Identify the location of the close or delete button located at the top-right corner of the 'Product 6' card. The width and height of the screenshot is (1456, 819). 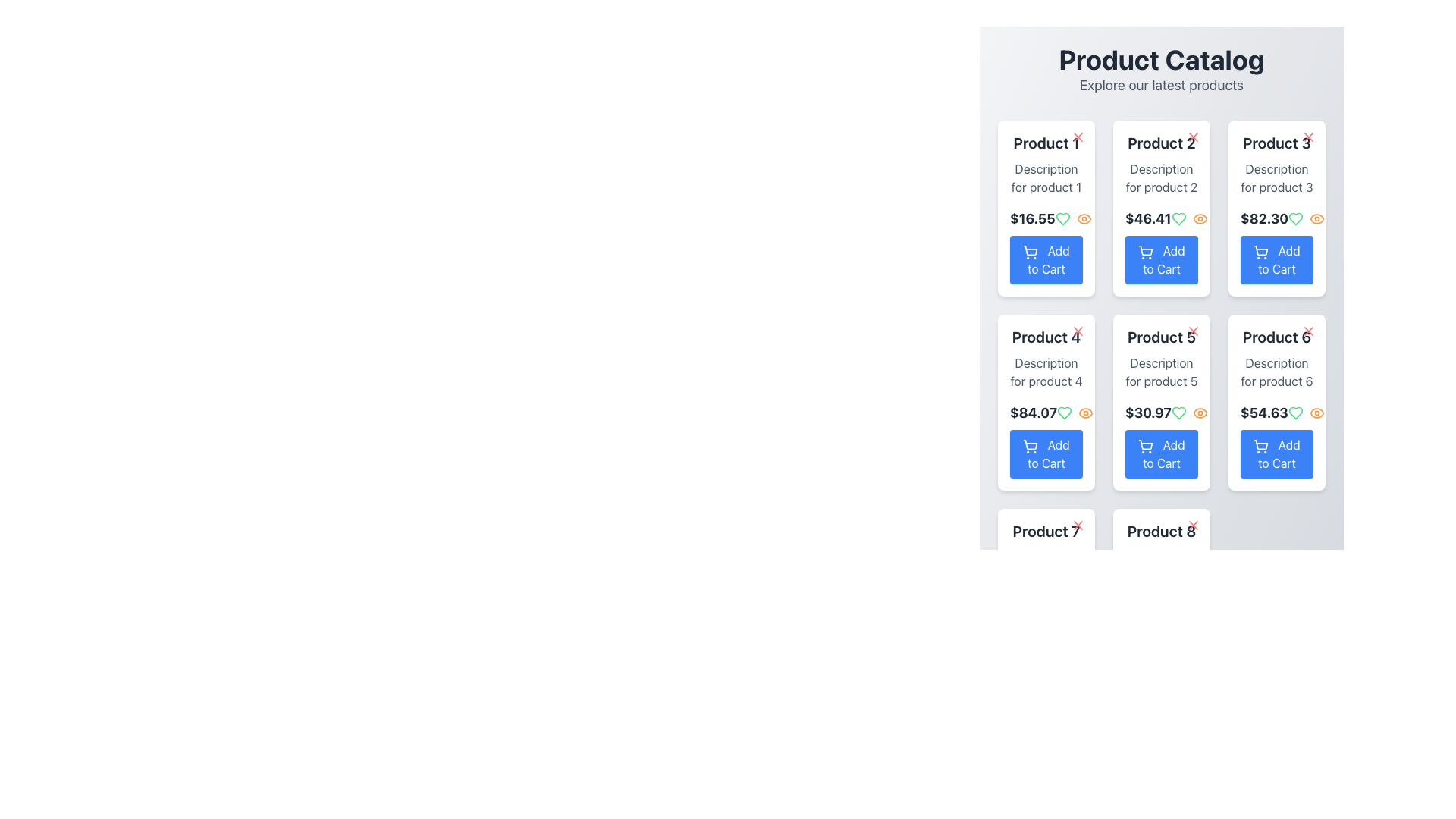
(1308, 330).